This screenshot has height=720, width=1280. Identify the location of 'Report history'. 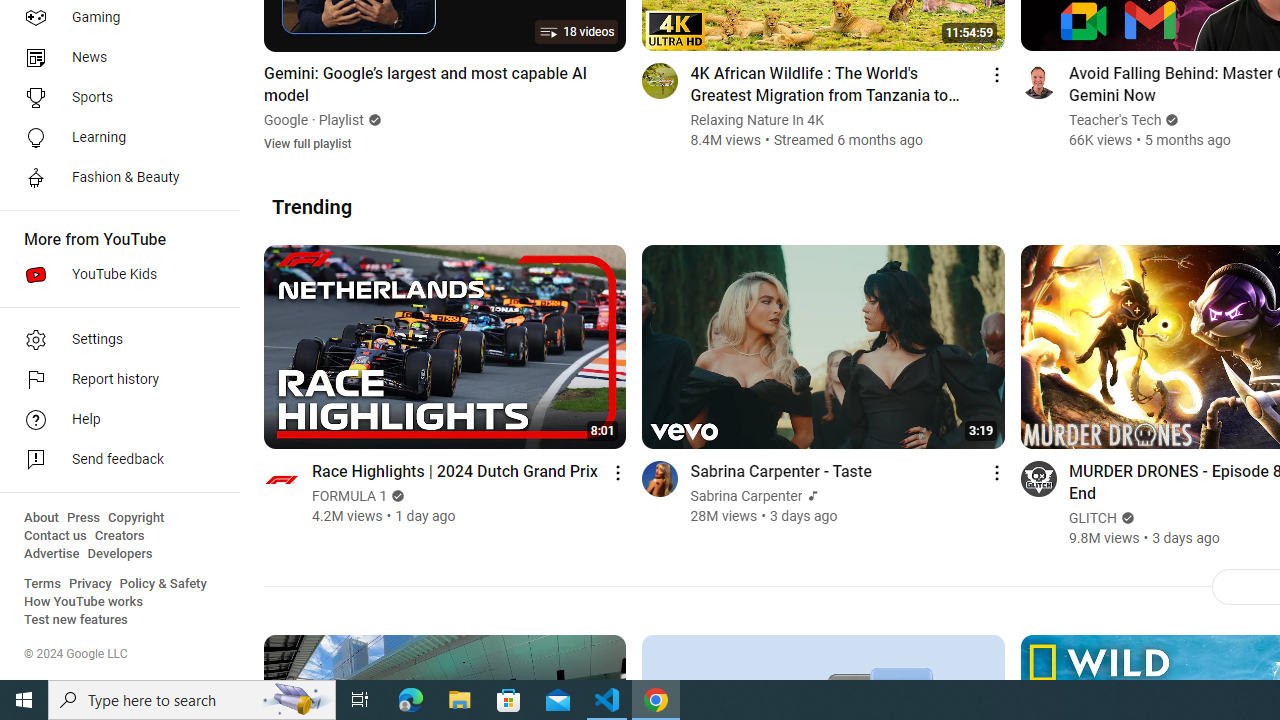
(112, 380).